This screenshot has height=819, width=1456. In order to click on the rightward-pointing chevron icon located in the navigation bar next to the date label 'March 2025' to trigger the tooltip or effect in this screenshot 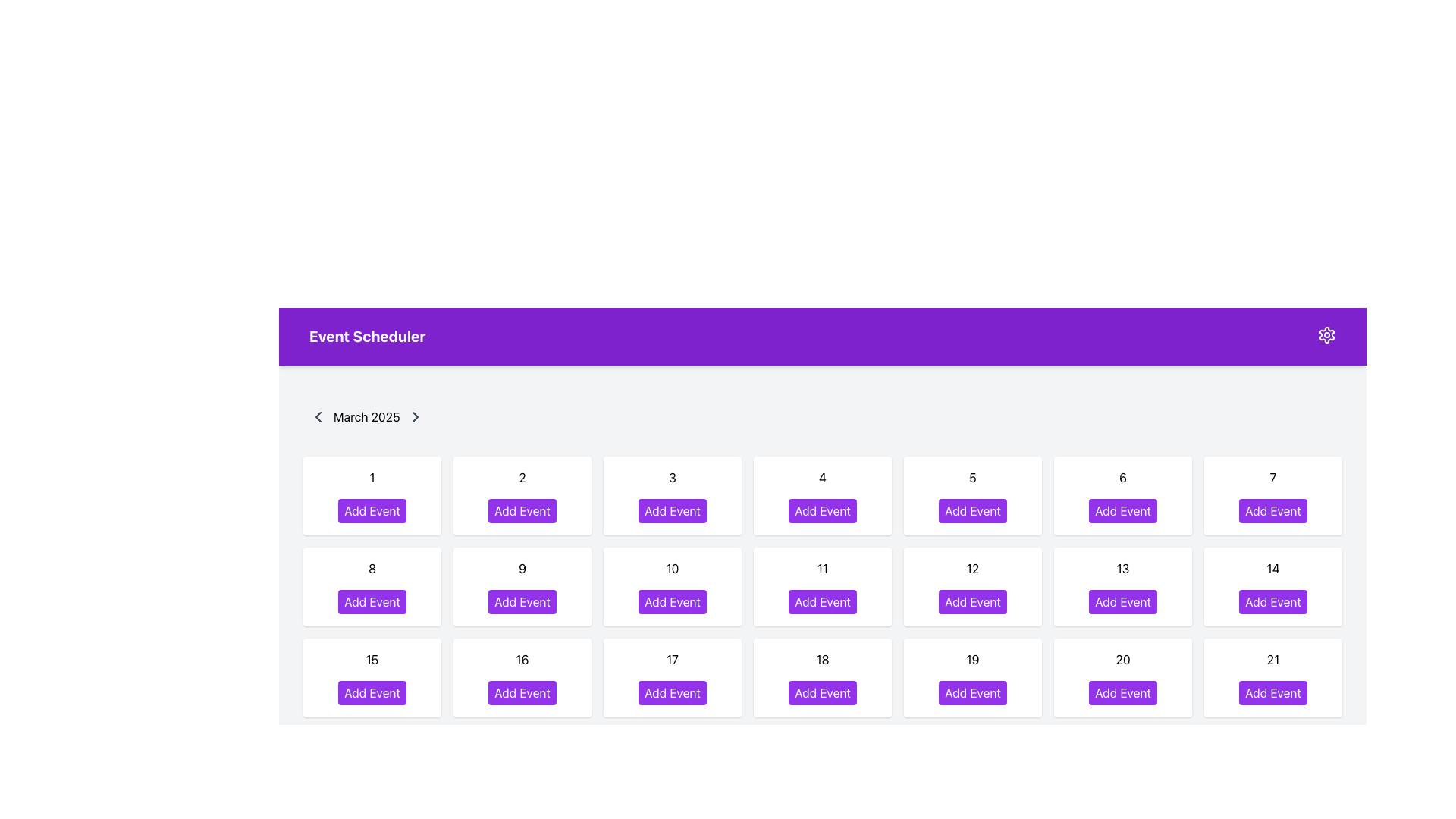, I will do `click(415, 417)`.